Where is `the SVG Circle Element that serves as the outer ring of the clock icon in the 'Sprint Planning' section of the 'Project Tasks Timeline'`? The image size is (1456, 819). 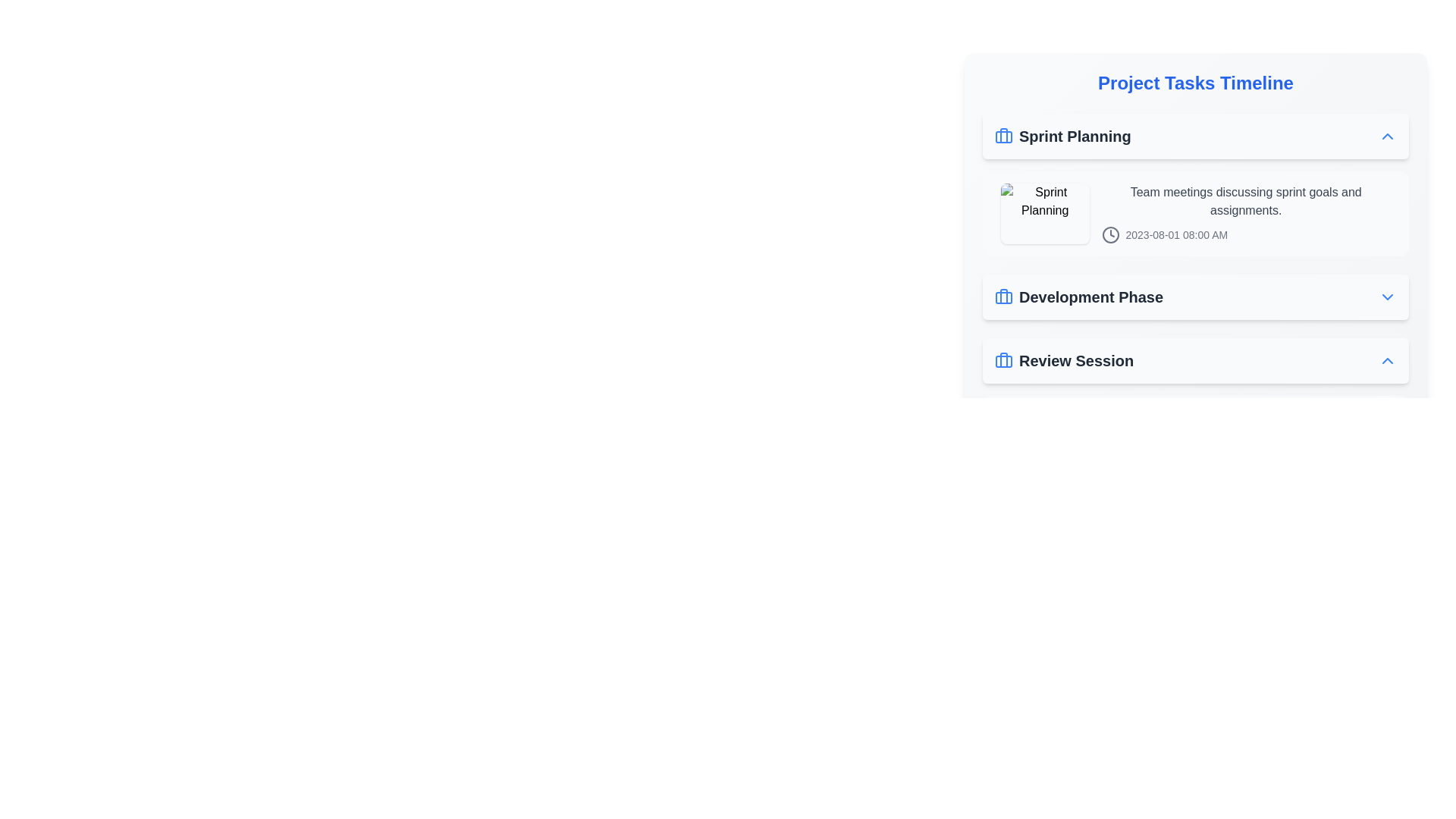
the SVG Circle Element that serves as the outer ring of the clock icon in the 'Sprint Planning' section of the 'Project Tasks Timeline' is located at coordinates (1110, 234).